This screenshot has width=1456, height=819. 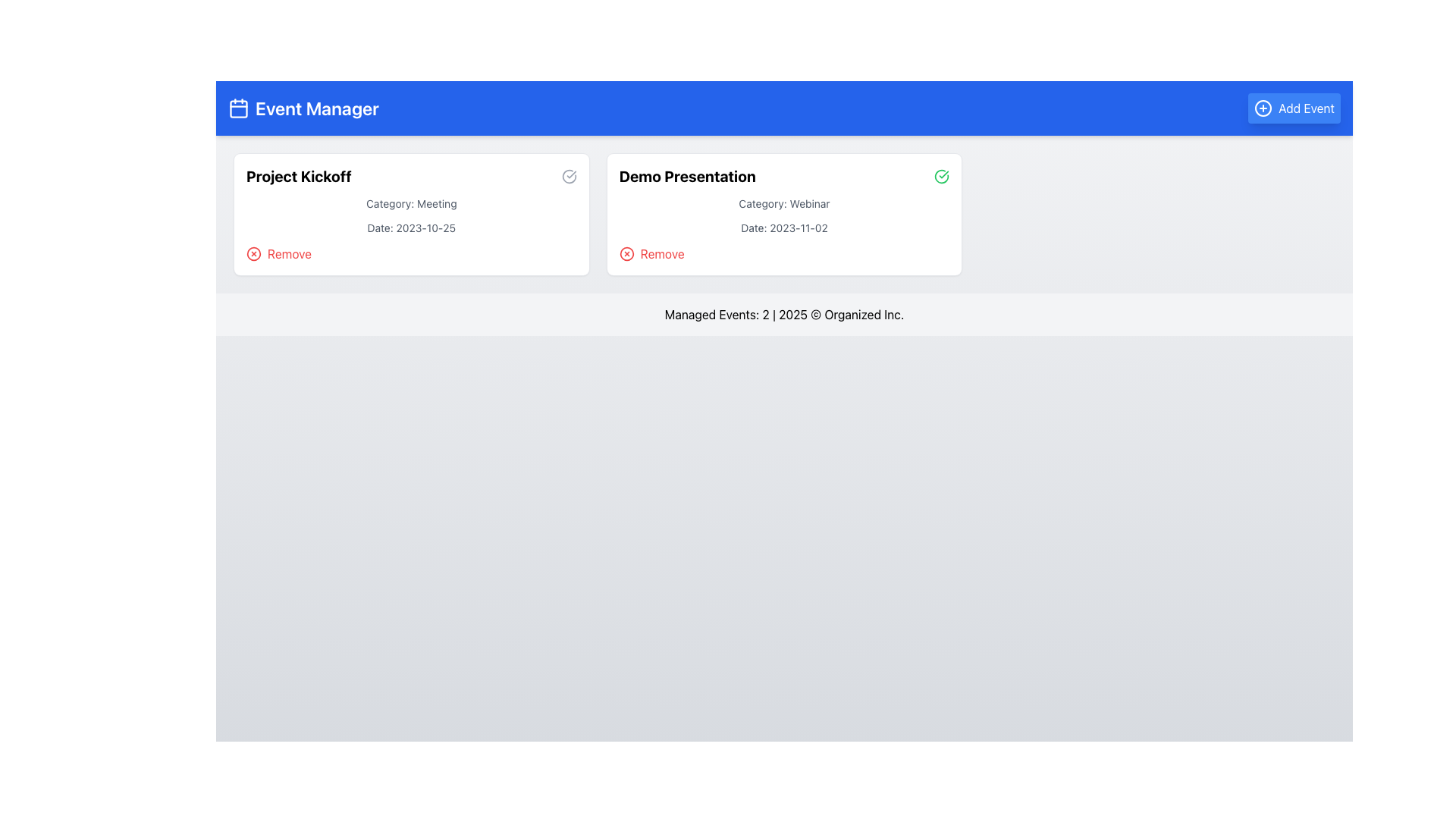 What do you see at coordinates (279, 253) in the screenshot?
I see `the red 'Remove' button with an 'X' icon located in the bottom-left corner of the 'Project Kickoff' event card` at bounding box center [279, 253].